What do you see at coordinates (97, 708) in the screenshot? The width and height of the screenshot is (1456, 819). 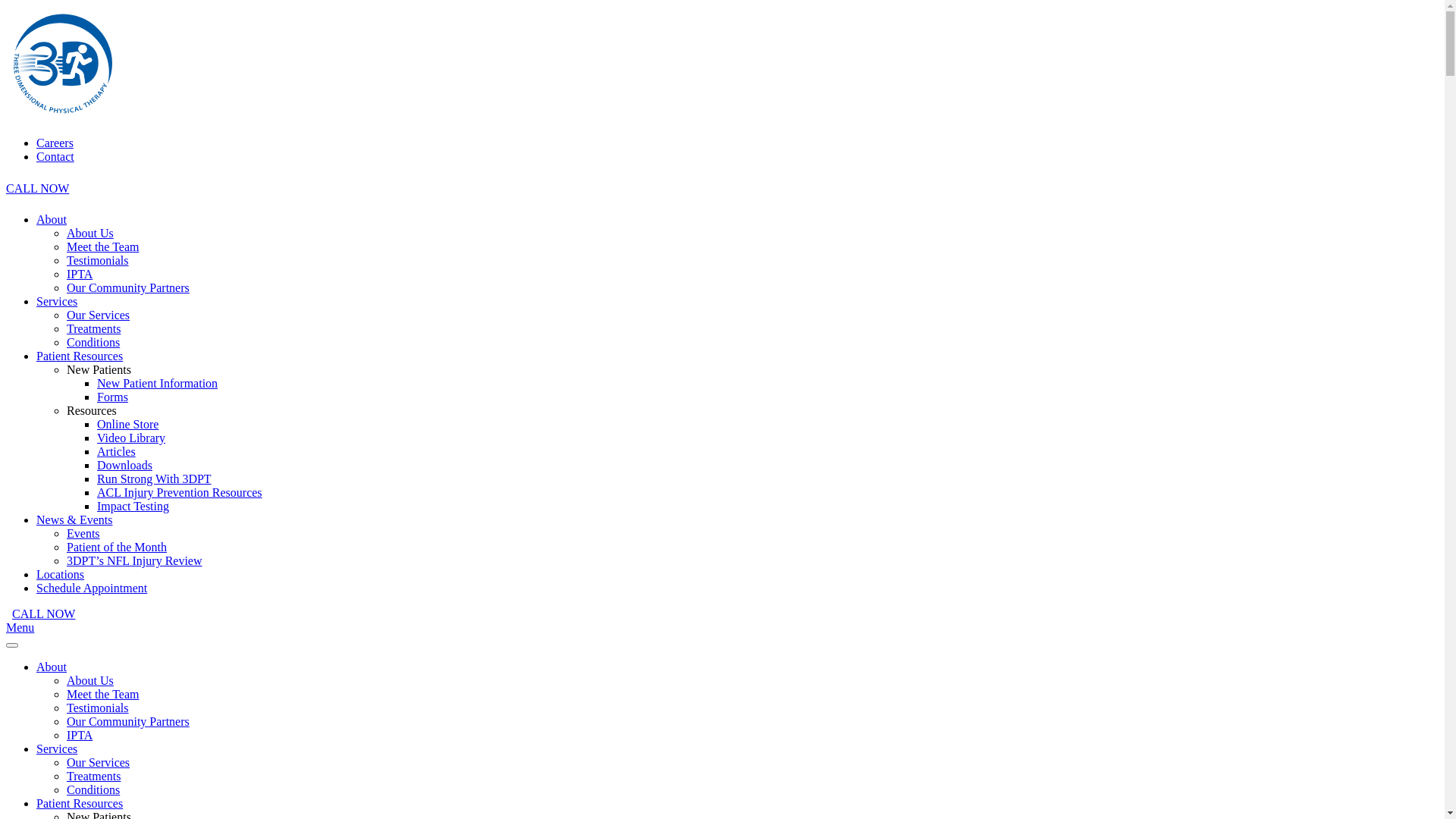 I see `'Testimonials'` at bounding box center [97, 708].